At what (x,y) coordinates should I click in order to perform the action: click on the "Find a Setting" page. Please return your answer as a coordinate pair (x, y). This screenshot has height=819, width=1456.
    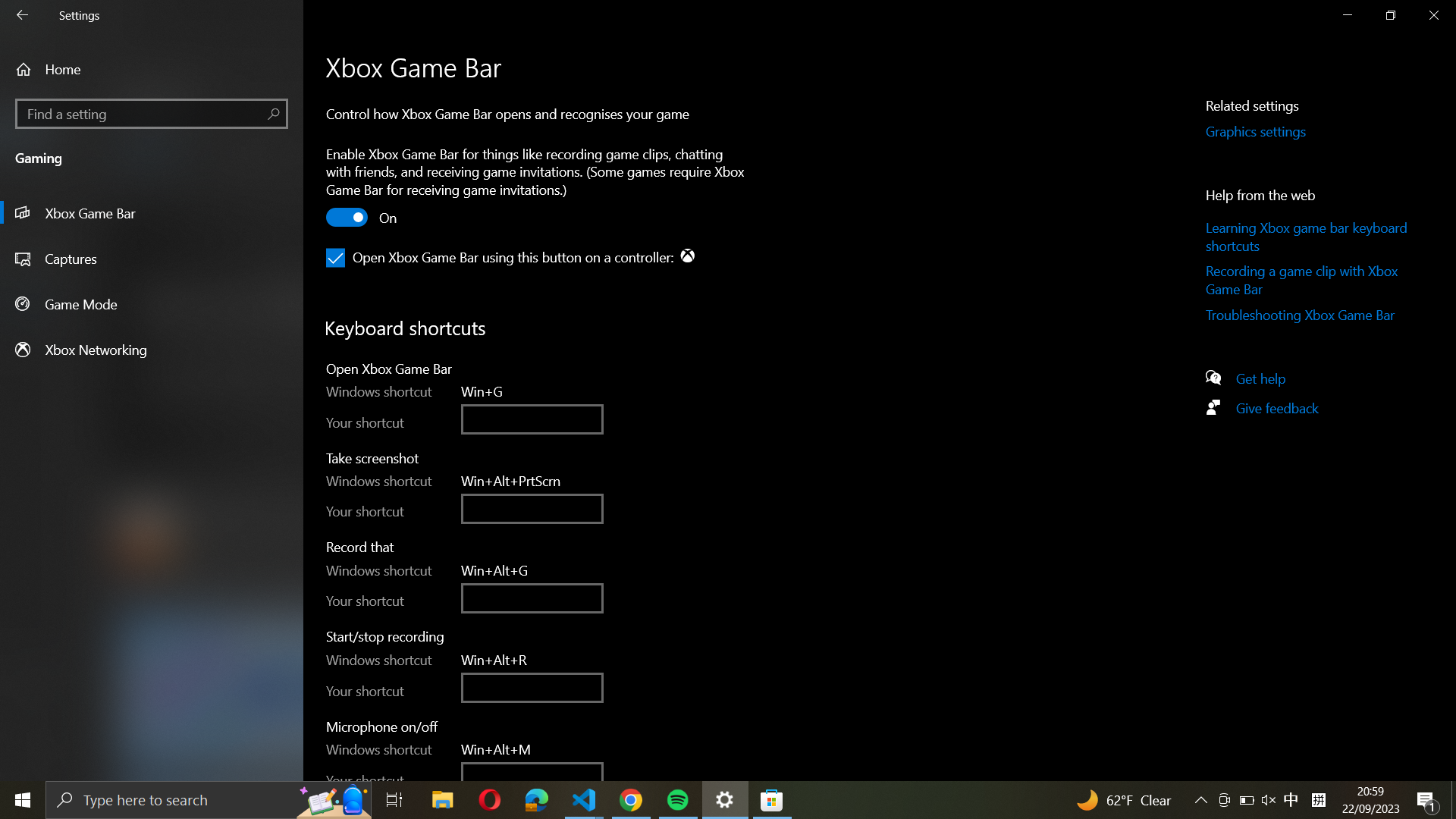
    Looking at the image, I should click on (151, 113).